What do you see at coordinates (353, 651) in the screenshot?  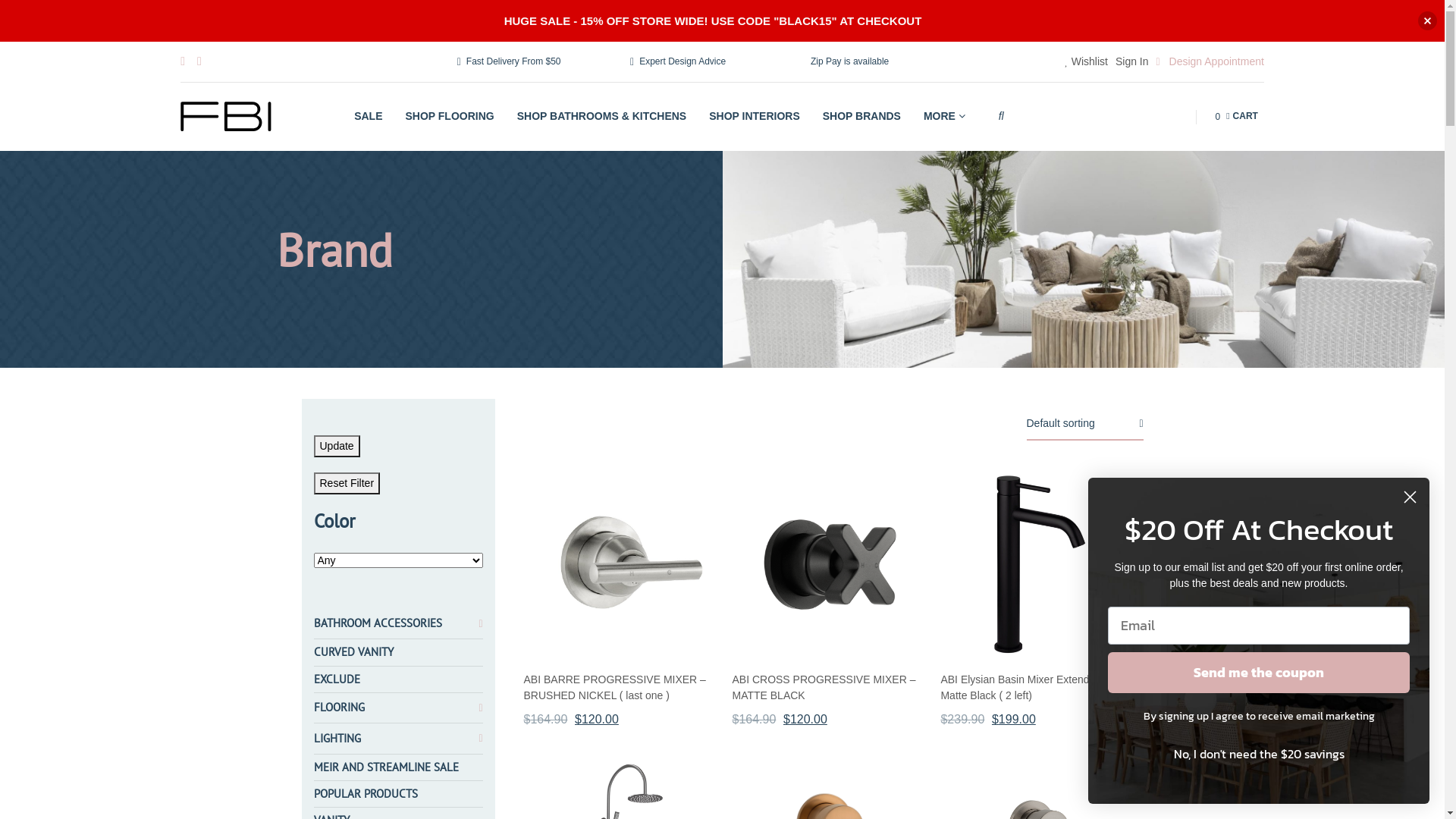 I see `'CURVED VANITY'` at bounding box center [353, 651].